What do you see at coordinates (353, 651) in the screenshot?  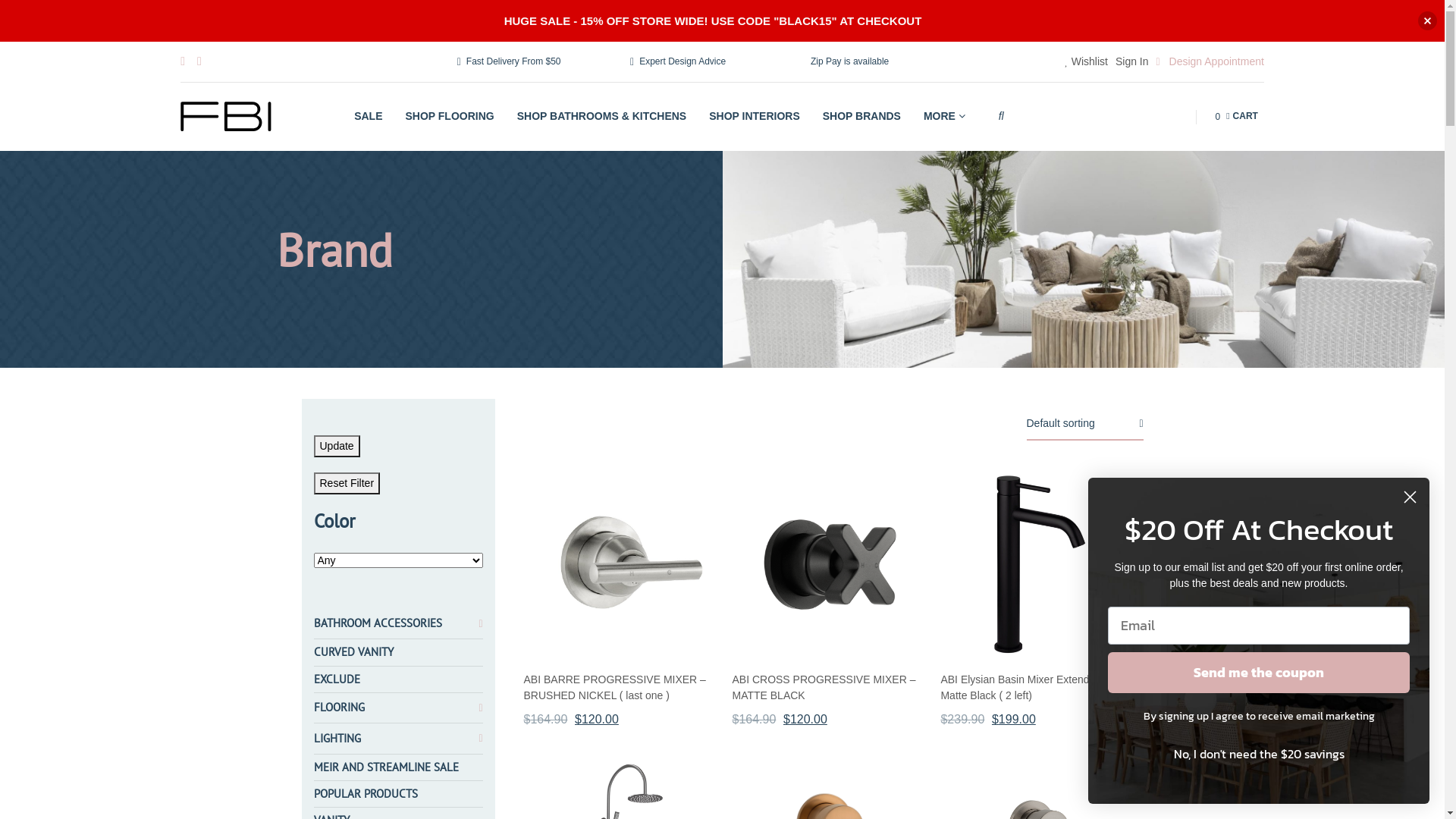 I see `'CURVED VANITY'` at bounding box center [353, 651].